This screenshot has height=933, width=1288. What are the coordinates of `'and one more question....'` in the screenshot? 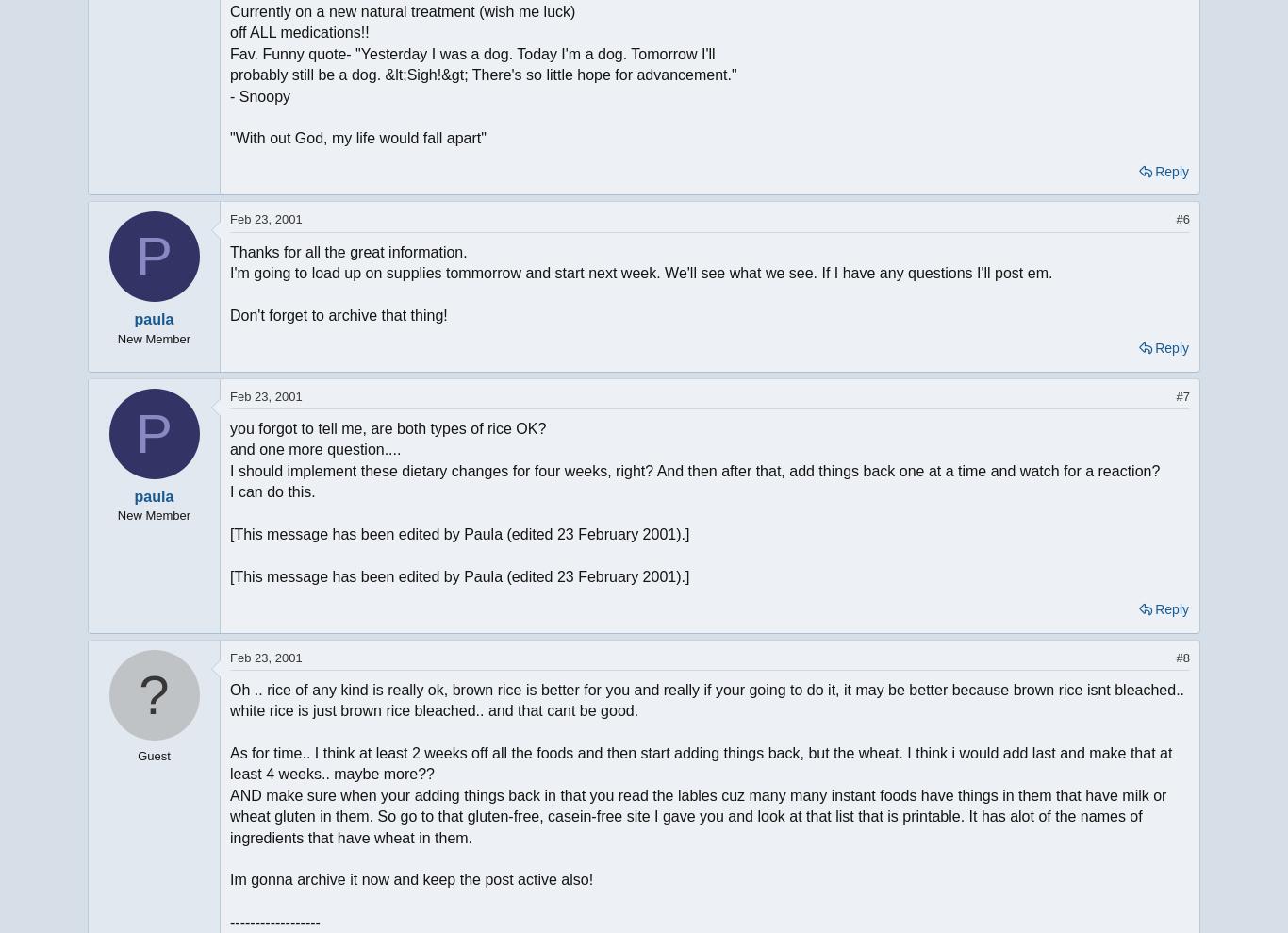 It's located at (229, 448).